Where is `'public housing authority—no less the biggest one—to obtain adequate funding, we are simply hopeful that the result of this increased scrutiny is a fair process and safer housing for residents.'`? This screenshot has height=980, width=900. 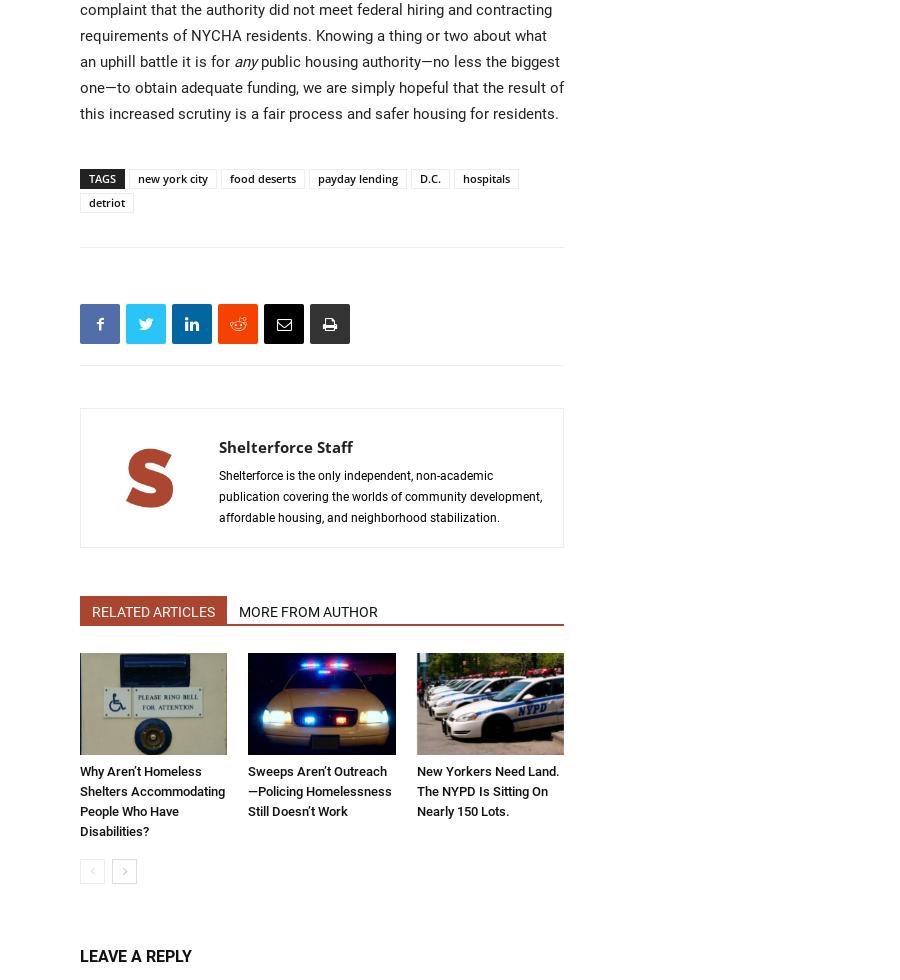 'public housing authority—no less the biggest one—to obtain adequate funding, we are simply hopeful that the result of this increased scrutiny is a fair process and safer housing for residents.' is located at coordinates (321, 88).